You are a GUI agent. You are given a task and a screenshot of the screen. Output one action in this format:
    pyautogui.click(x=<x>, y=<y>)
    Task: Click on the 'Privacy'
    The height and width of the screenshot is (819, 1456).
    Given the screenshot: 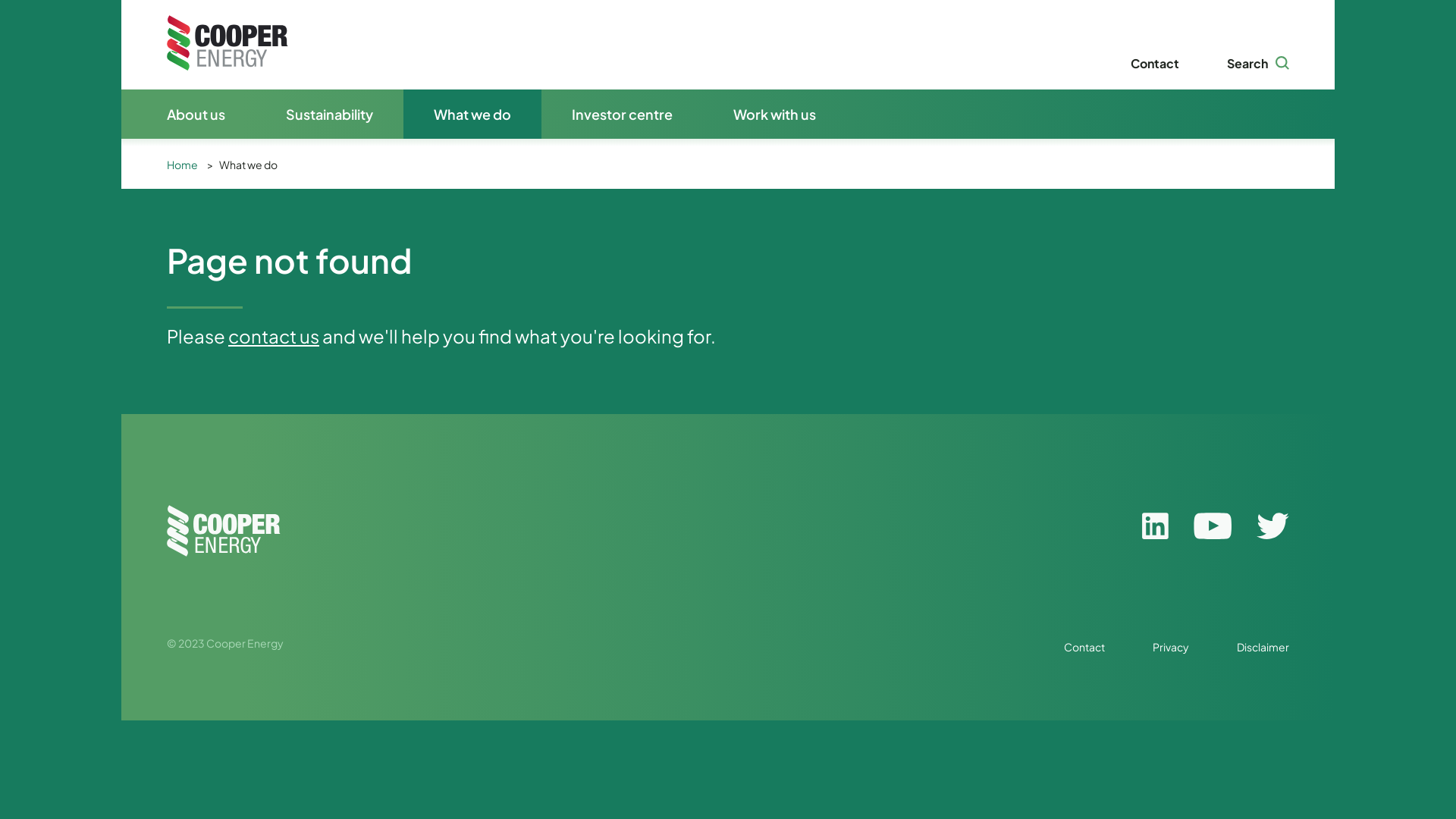 What is the action you would take?
    pyautogui.click(x=1170, y=646)
    